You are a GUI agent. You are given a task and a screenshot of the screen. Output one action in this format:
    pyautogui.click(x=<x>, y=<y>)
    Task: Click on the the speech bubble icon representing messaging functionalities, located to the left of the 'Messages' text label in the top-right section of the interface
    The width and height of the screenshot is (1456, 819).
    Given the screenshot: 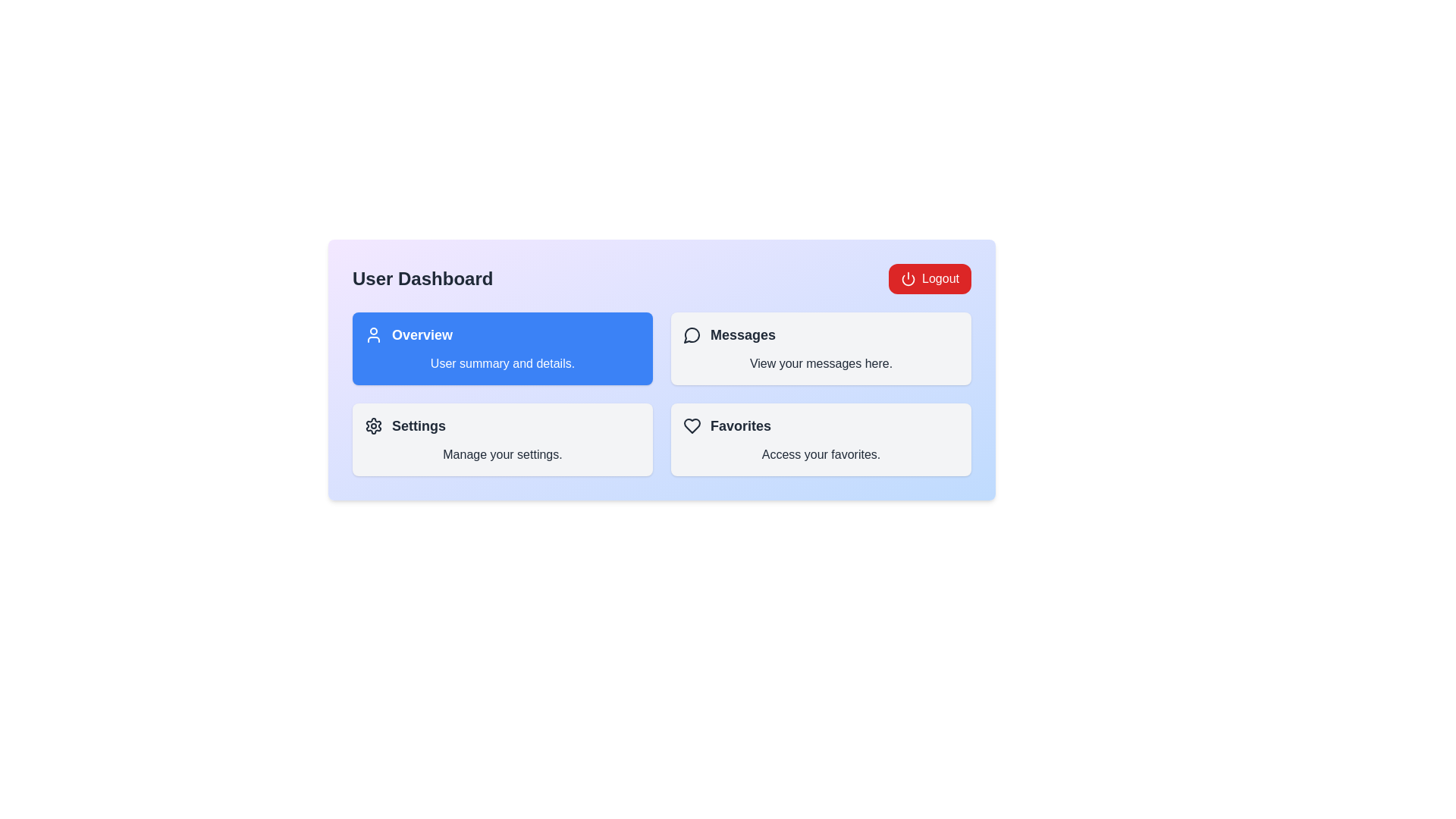 What is the action you would take?
    pyautogui.click(x=691, y=334)
    